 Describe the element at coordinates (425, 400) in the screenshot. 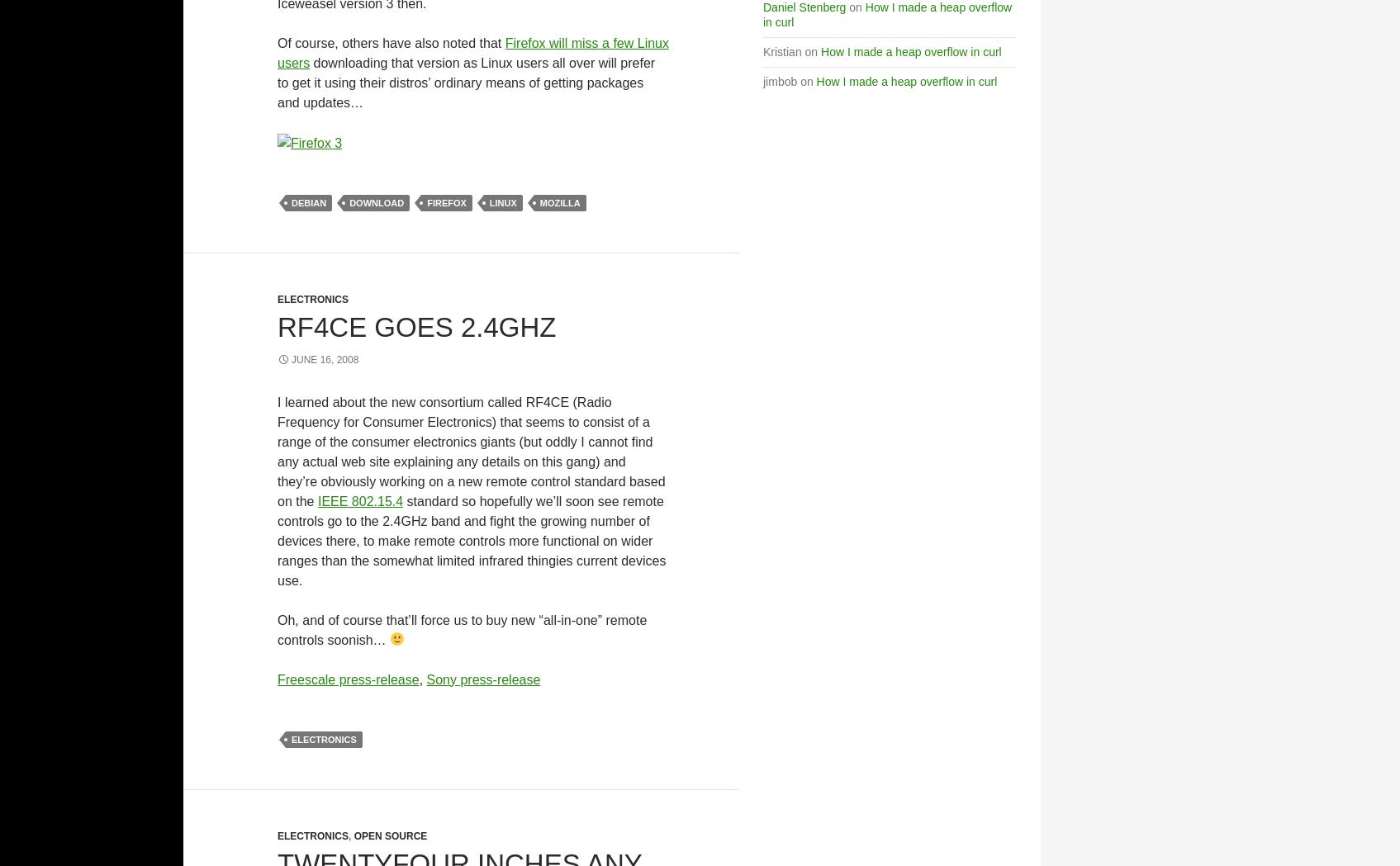

I see `'I learned about the new consortium called RF4CE ('` at that location.